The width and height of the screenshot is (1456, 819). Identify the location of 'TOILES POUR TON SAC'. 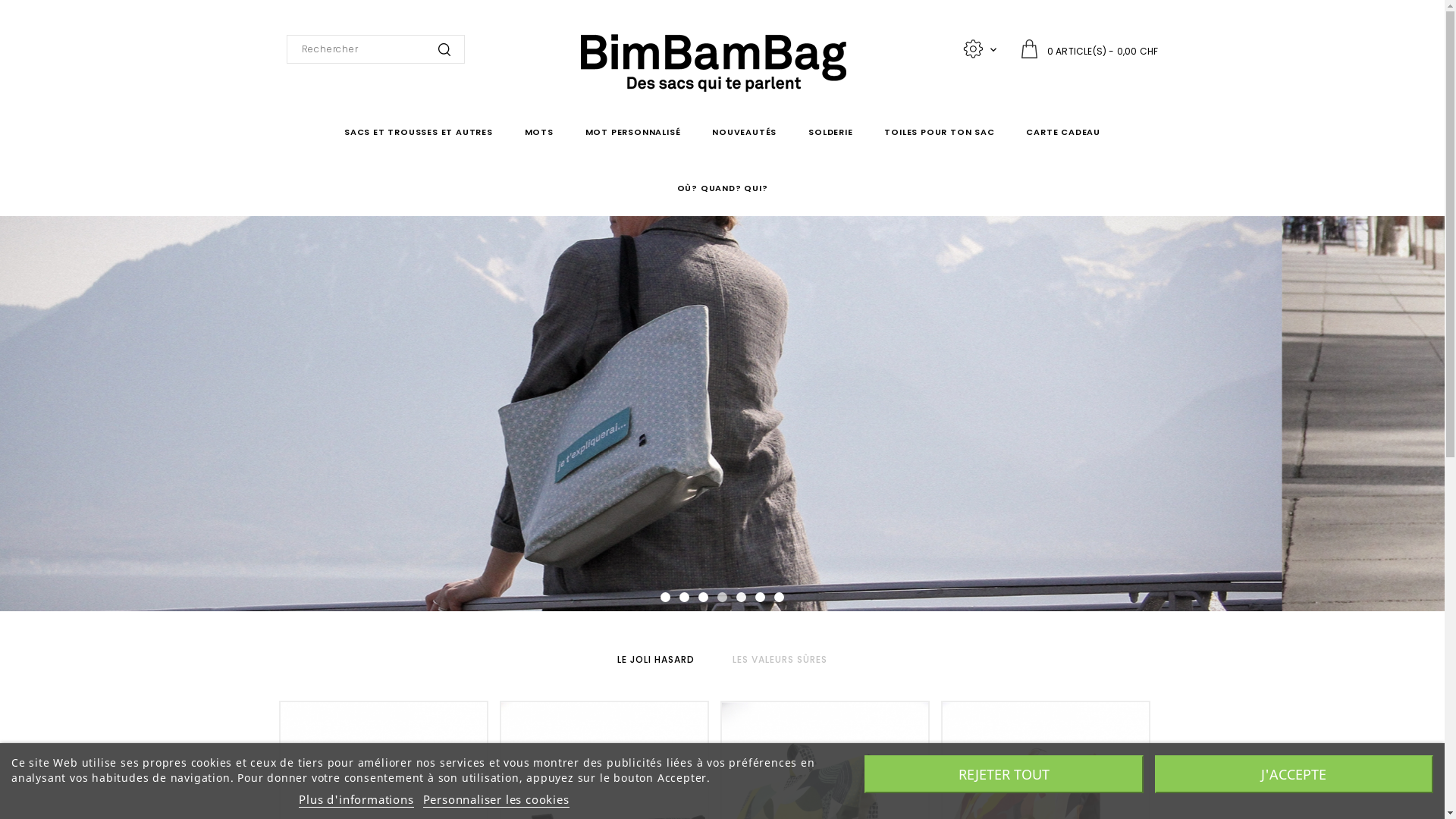
(938, 130).